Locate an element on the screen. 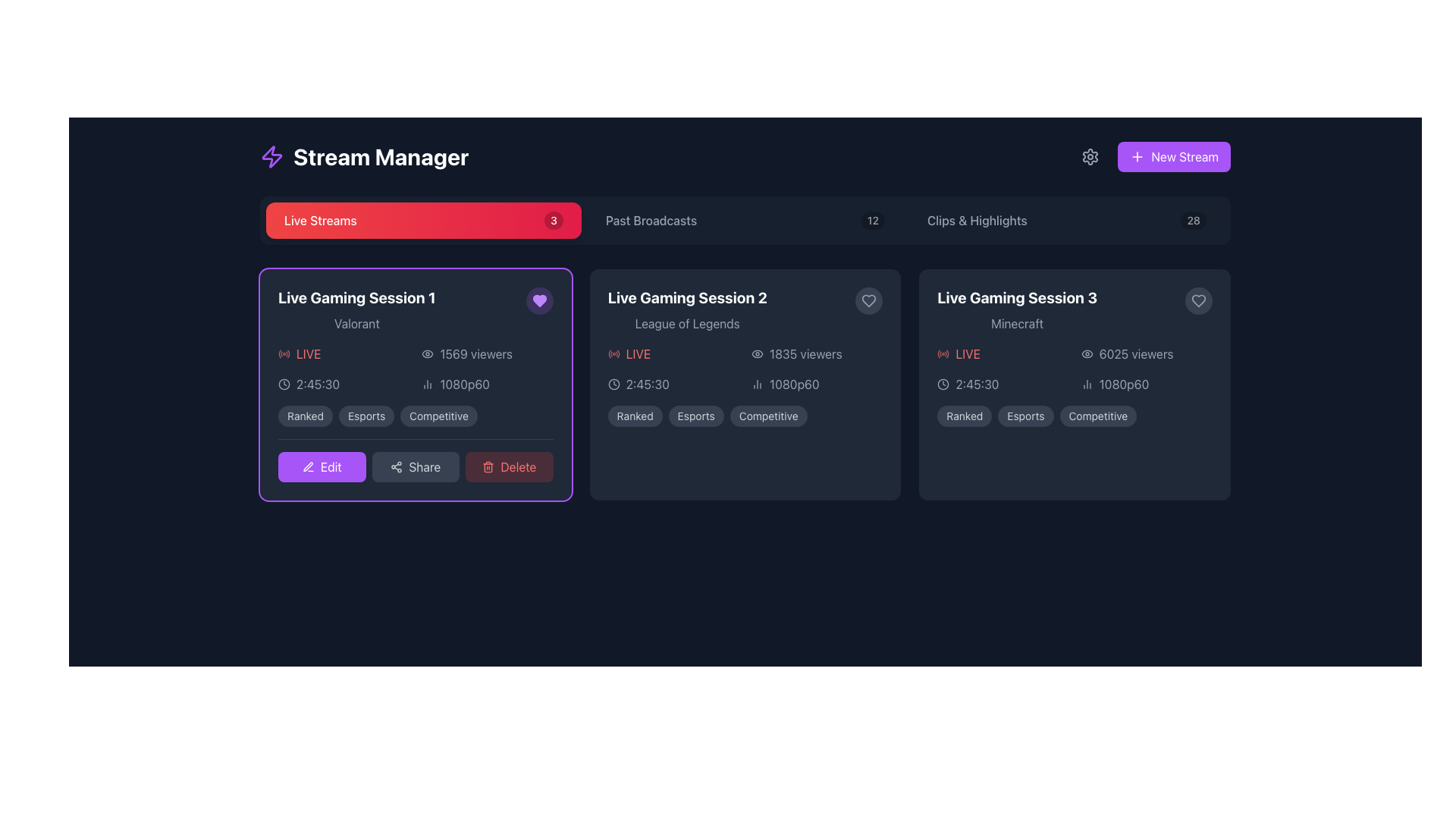 This screenshot has height=819, width=1456. the circular button with a dark gray background and a white heart icon located in the top-right corner of the 'Live Gaming Session 3' card to visualize the hover effect is located at coordinates (1197, 301).